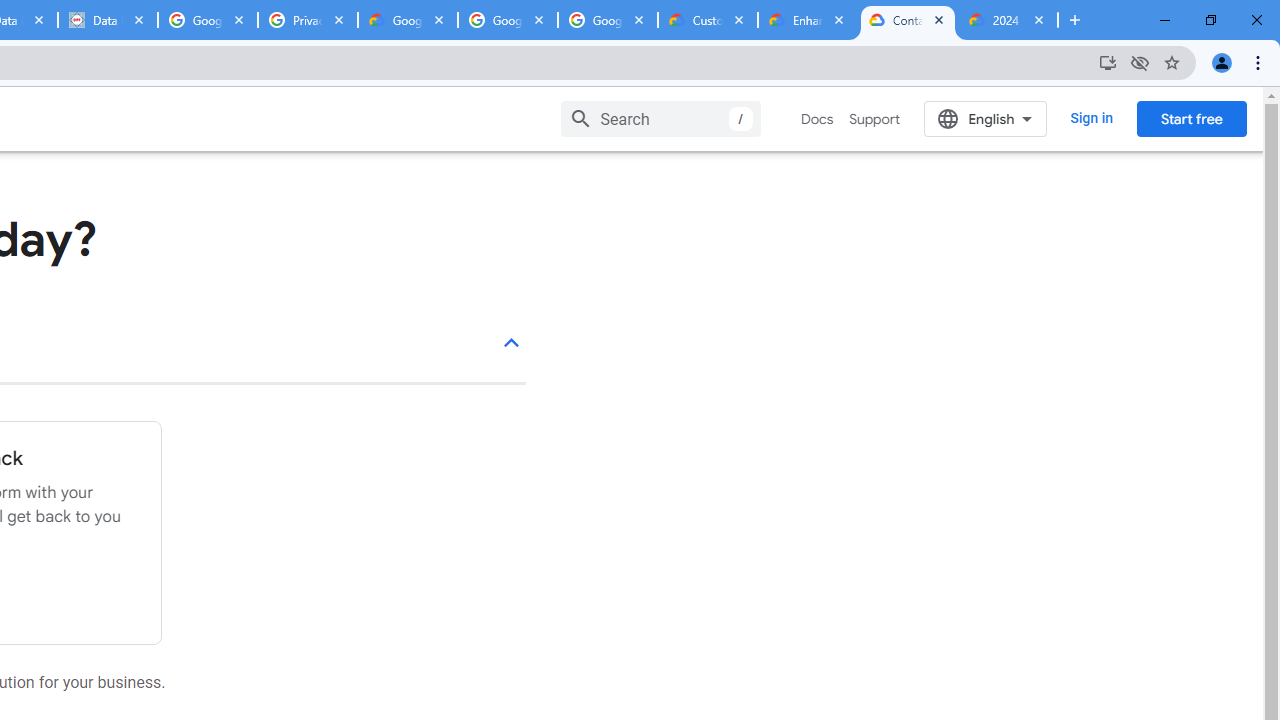 This screenshot has height=720, width=1280. Describe the element at coordinates (1259, 61) in the screenshot. I see `'Chrome'` at that location.